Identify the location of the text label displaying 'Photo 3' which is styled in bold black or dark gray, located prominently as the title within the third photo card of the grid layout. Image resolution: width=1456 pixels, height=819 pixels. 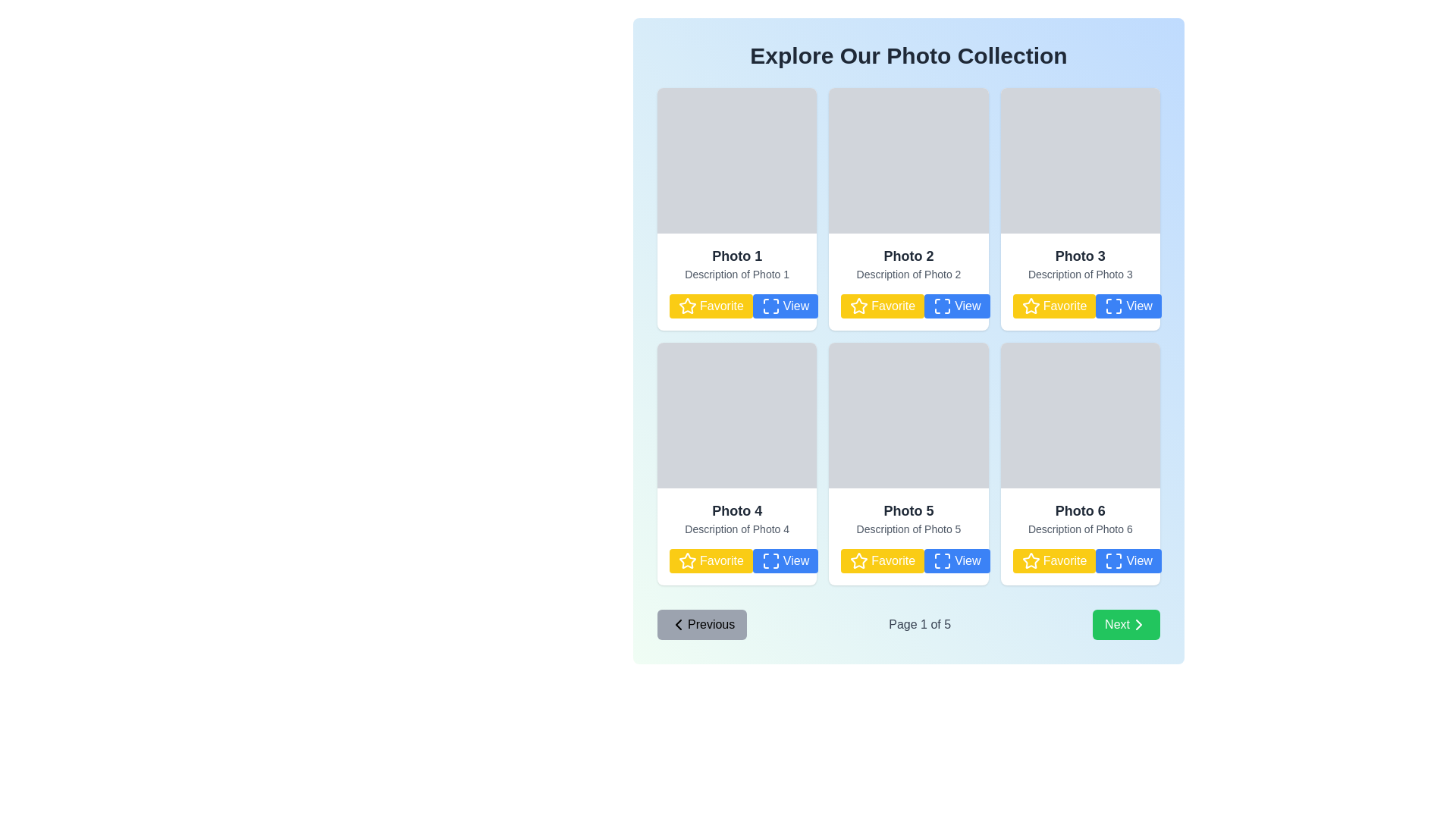
(1079, 256).